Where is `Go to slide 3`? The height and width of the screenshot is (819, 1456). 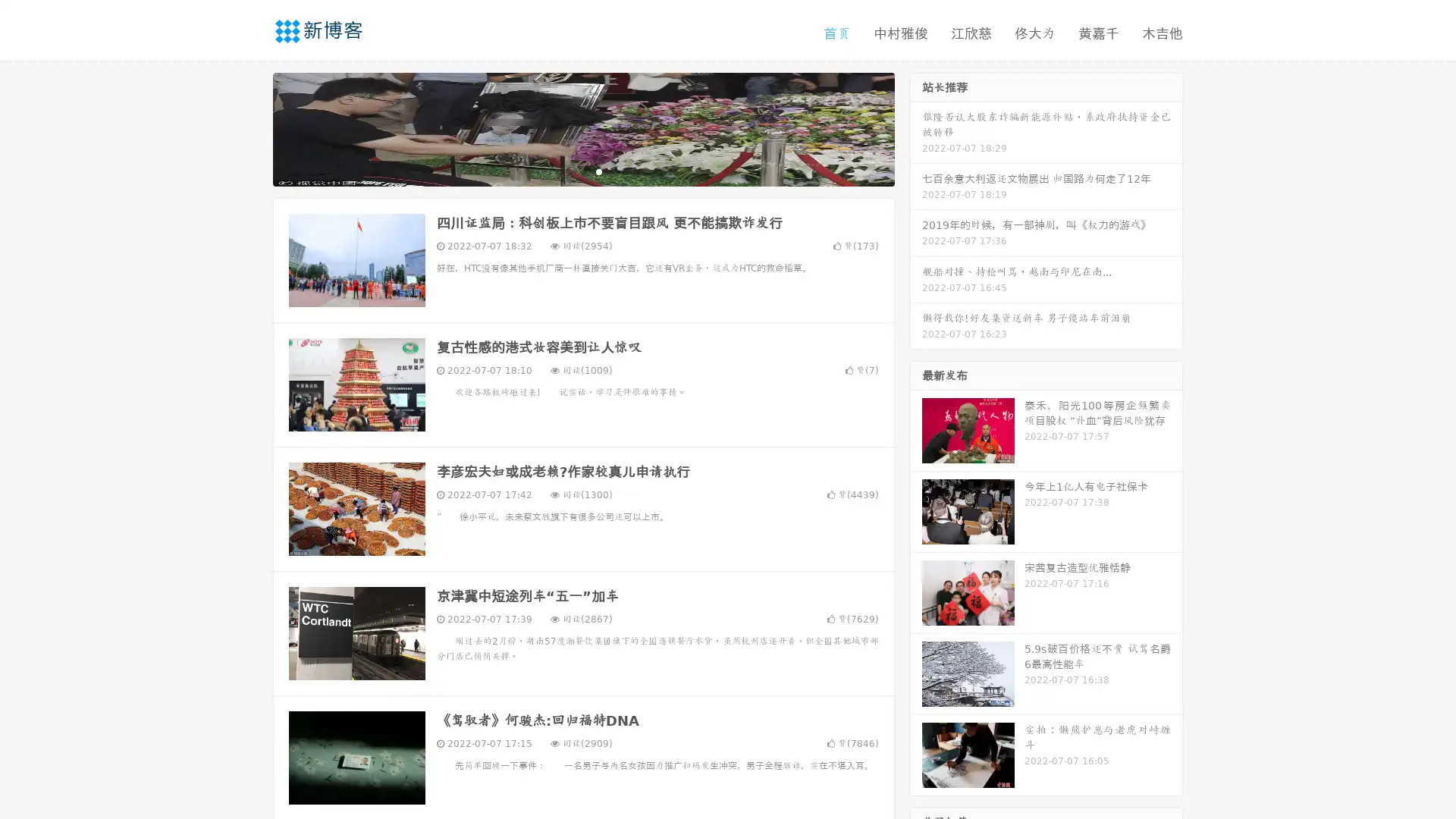
Go to slide 3 is located at coordinates (598, 171).